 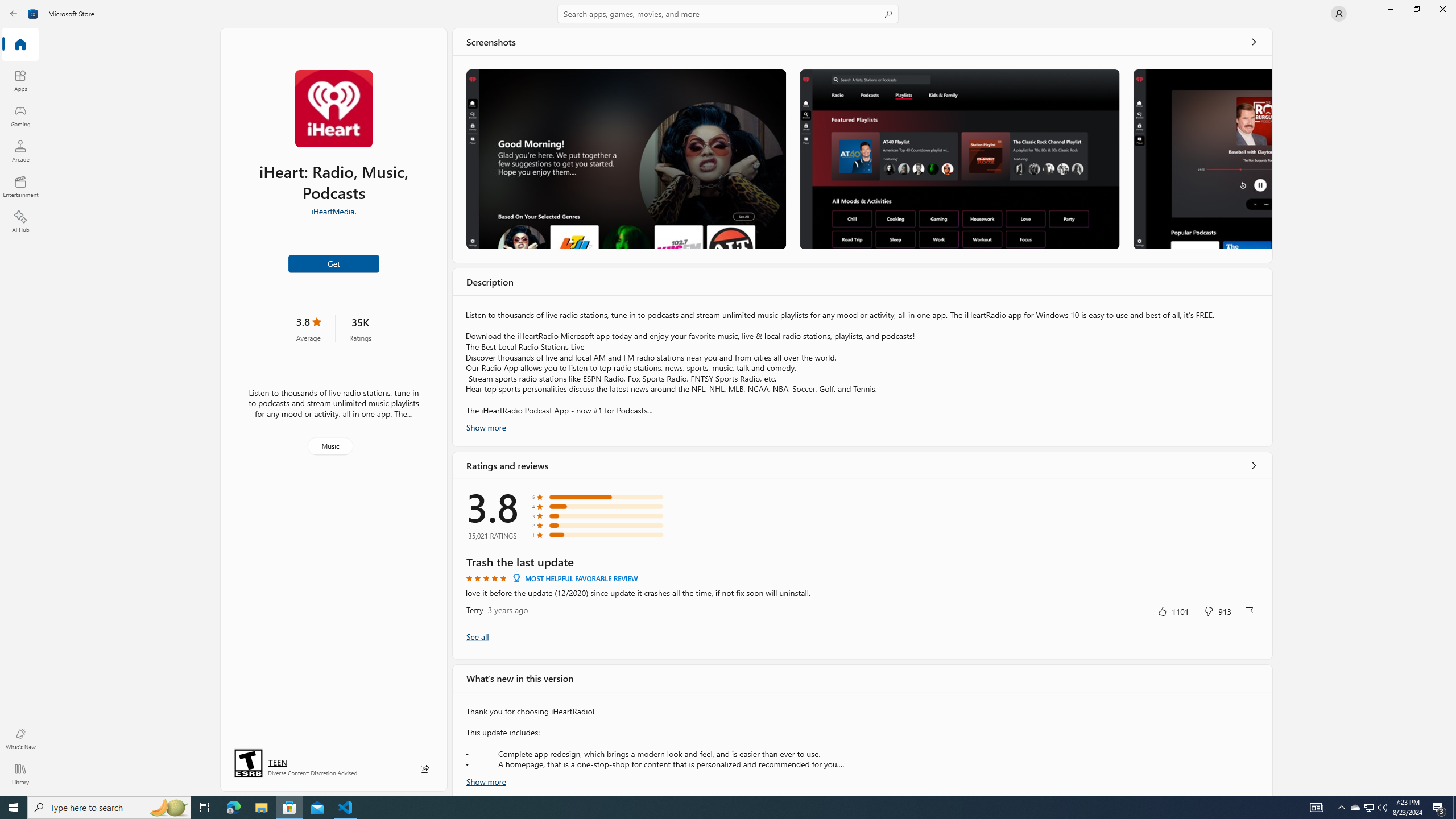 I want to click on 'Share', so click(x=424, y=768).